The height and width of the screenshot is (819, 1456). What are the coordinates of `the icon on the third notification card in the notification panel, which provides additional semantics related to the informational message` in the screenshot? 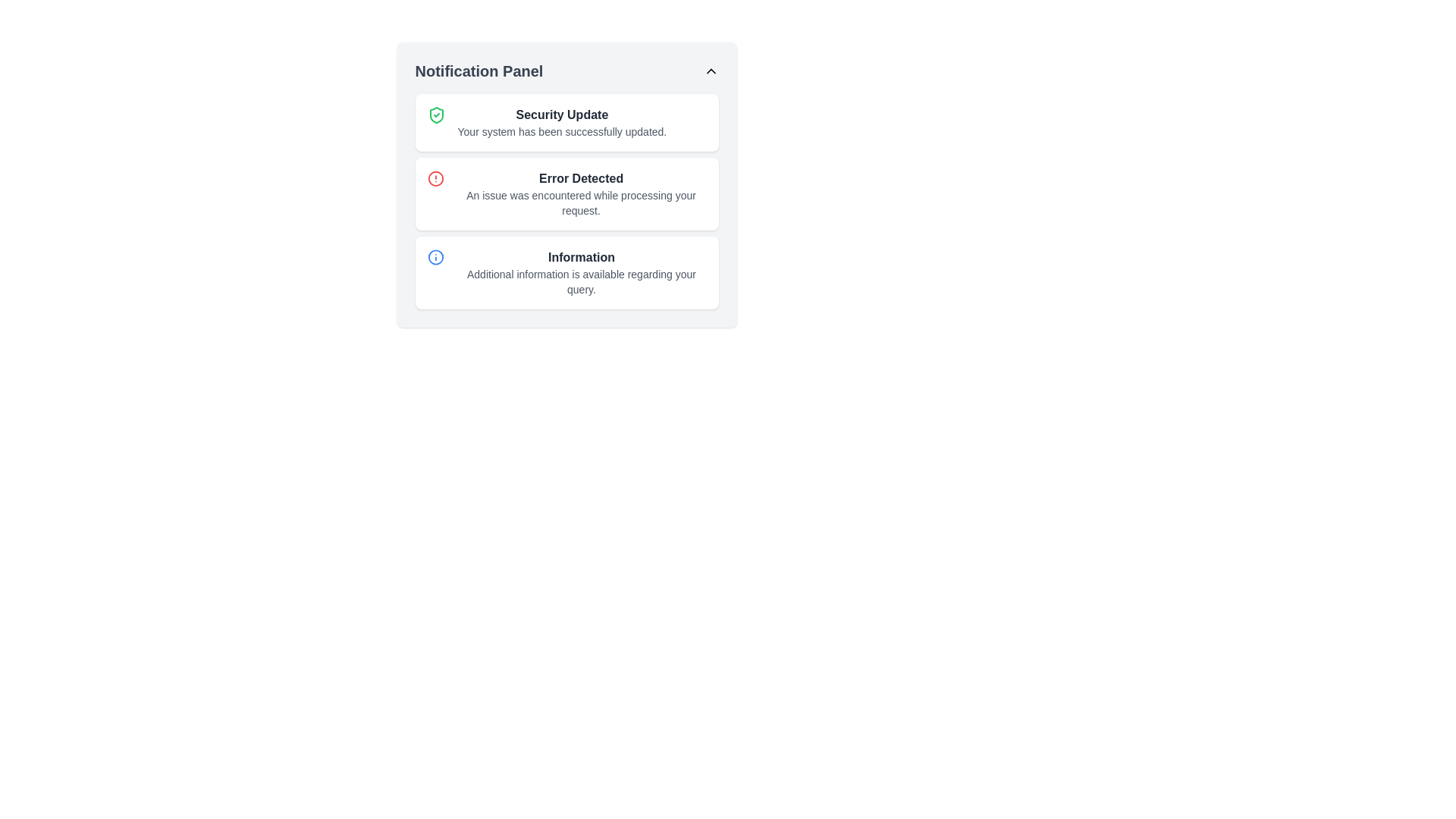 It's located at (566, 271).